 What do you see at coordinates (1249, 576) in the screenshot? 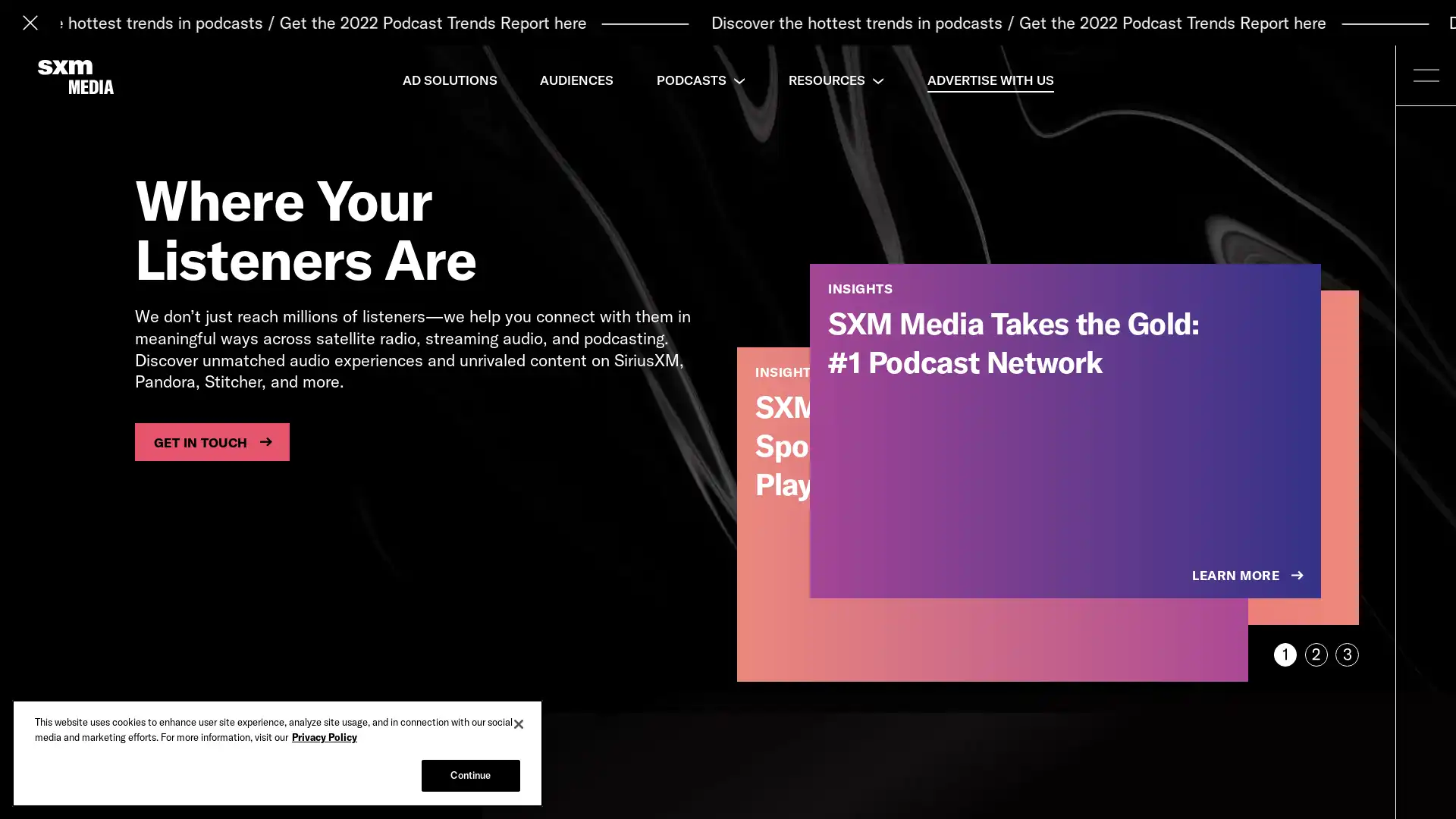
I see `LEARN MORE` at bounding box center [1249, 576].